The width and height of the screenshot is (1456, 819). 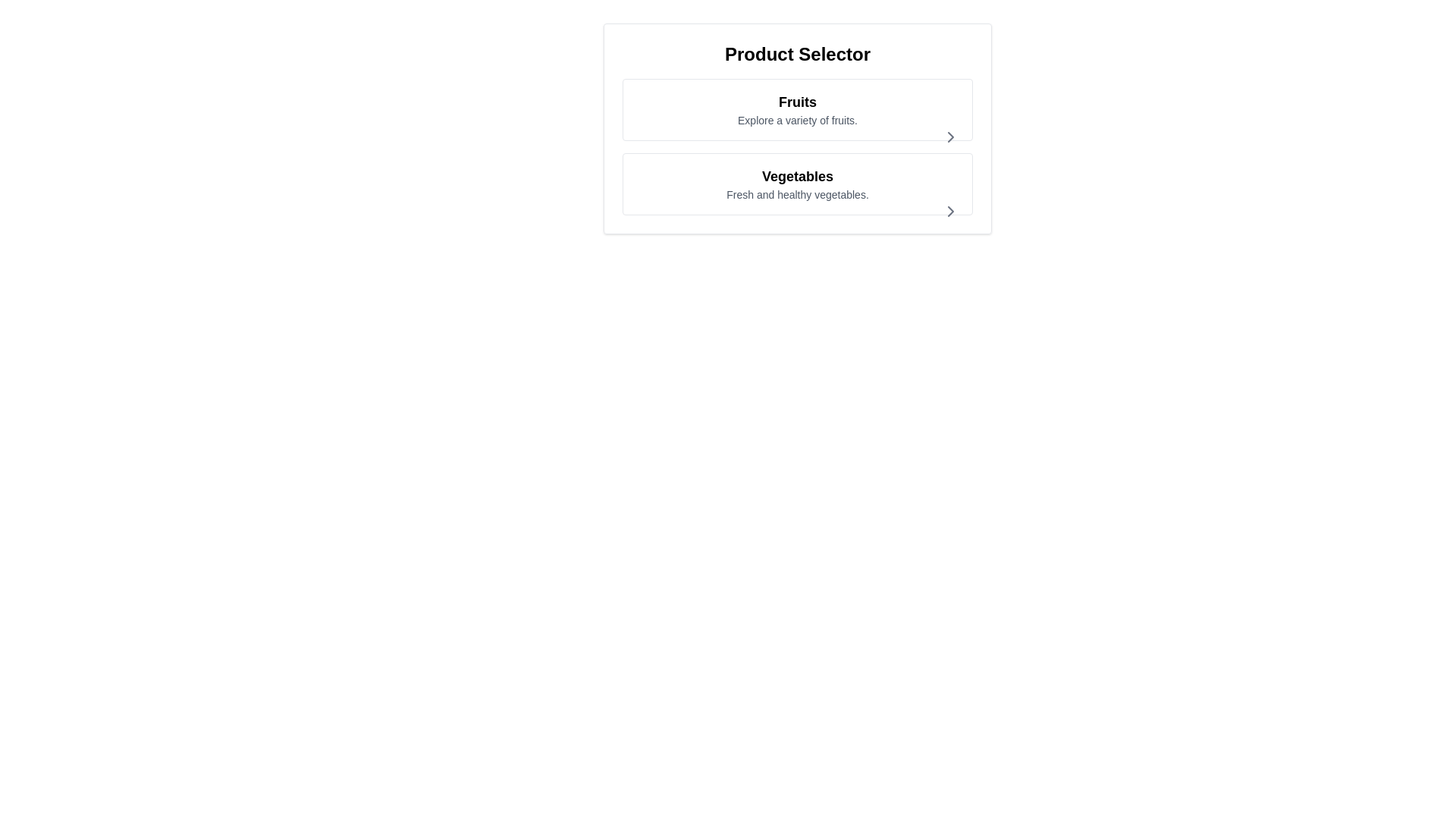 I want to click on the text element labeled 'Product Selector', which is styled in bold and centrally aligned at the top of a card-like UI component, so click(x=796, y=54).